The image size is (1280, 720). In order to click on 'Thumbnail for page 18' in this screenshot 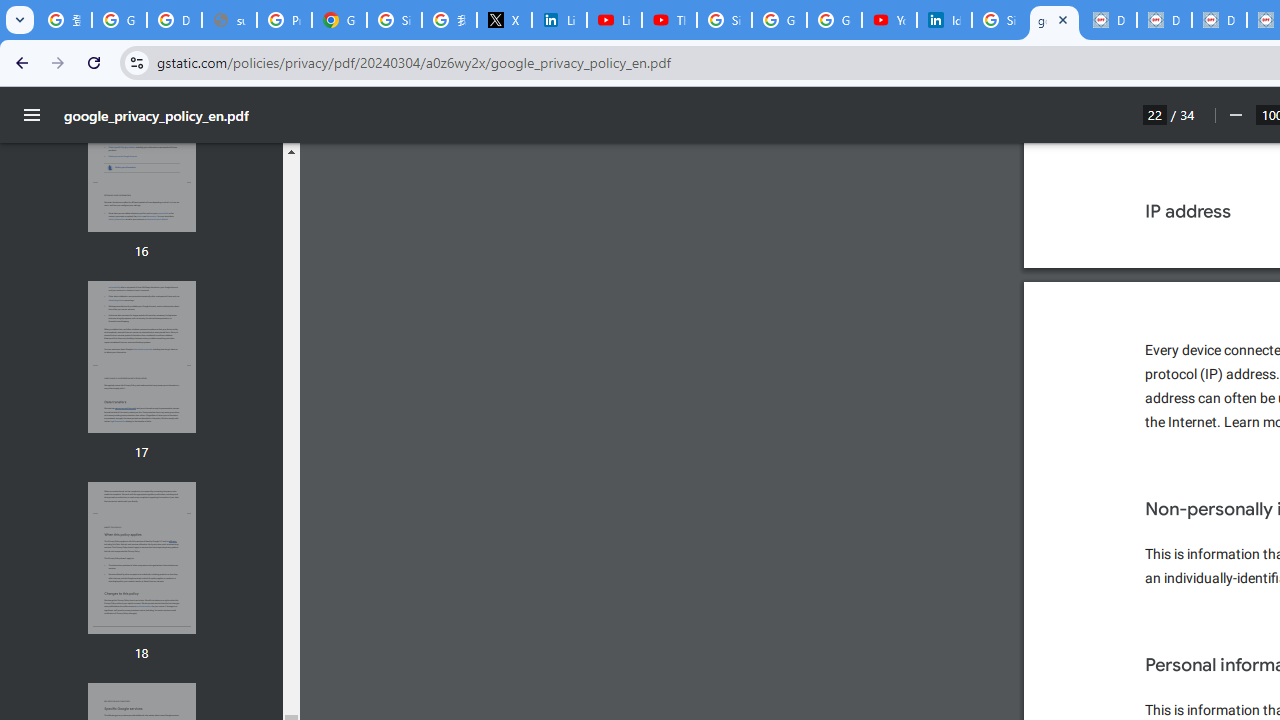, I will do `click(140, 558)`.